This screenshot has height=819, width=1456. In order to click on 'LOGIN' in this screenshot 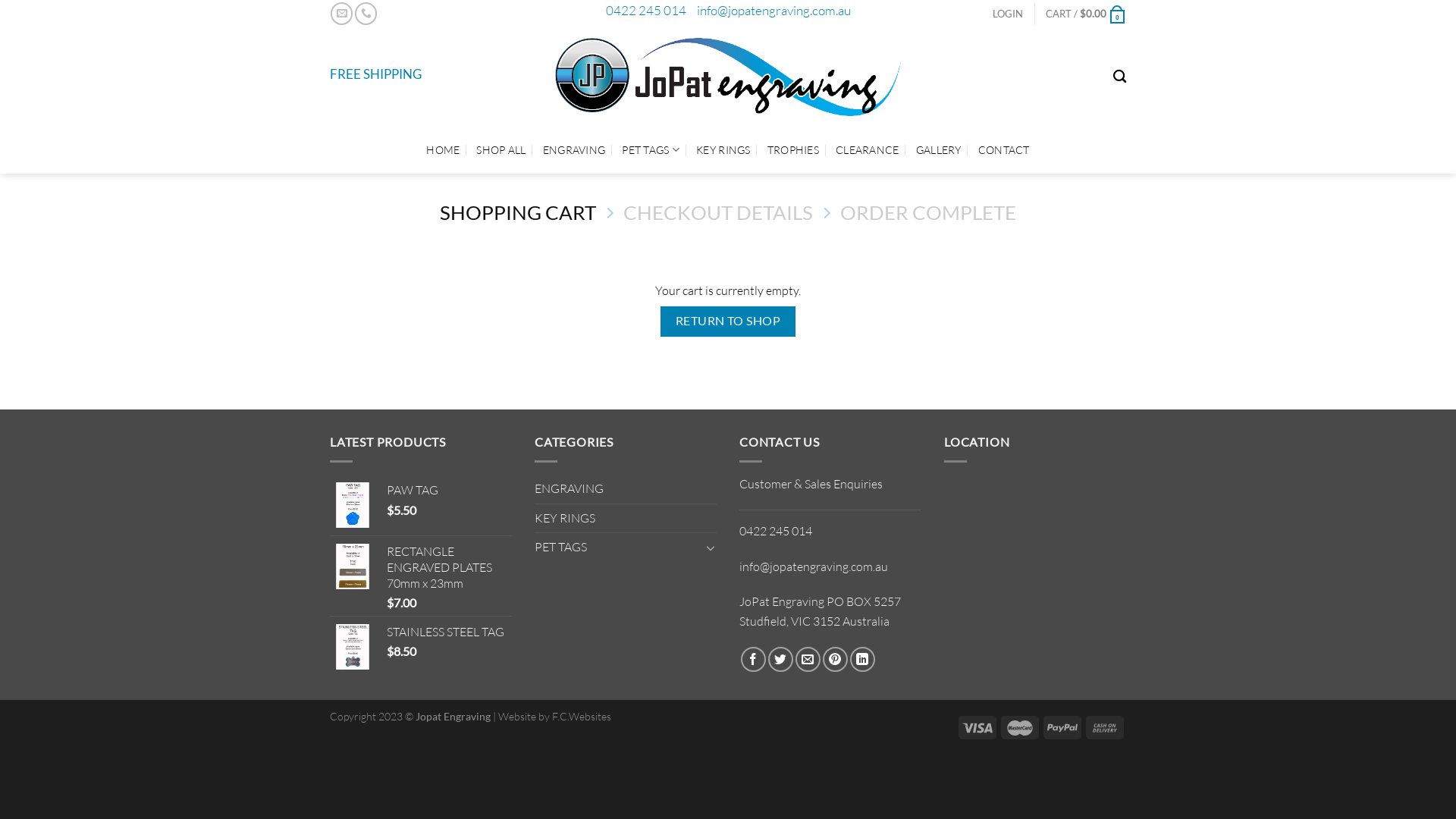, I will do `click(1008, 14)`.